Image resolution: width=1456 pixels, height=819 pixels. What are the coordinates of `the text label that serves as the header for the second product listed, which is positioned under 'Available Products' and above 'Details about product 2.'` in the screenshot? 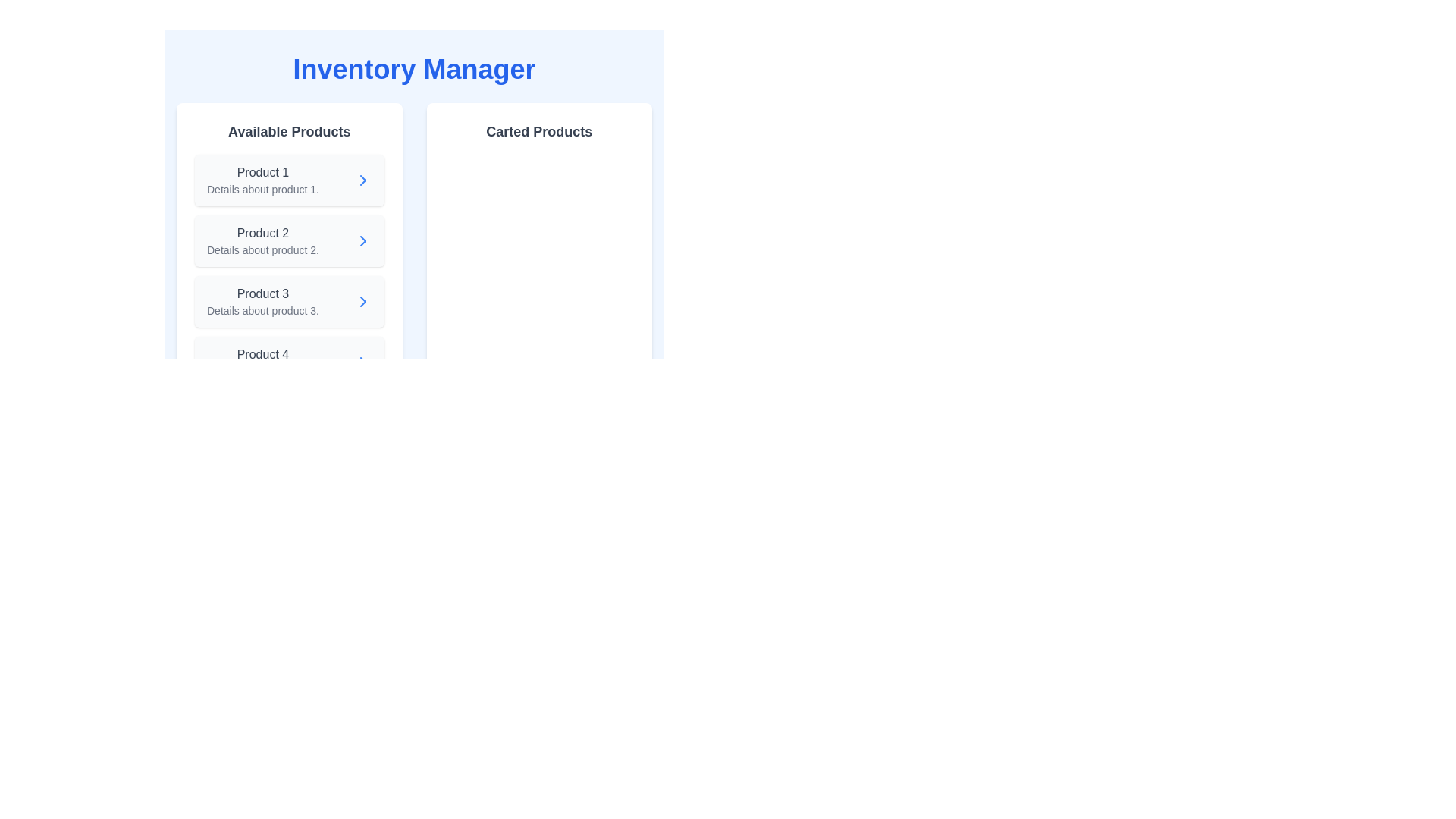 It's located at (262, 234).